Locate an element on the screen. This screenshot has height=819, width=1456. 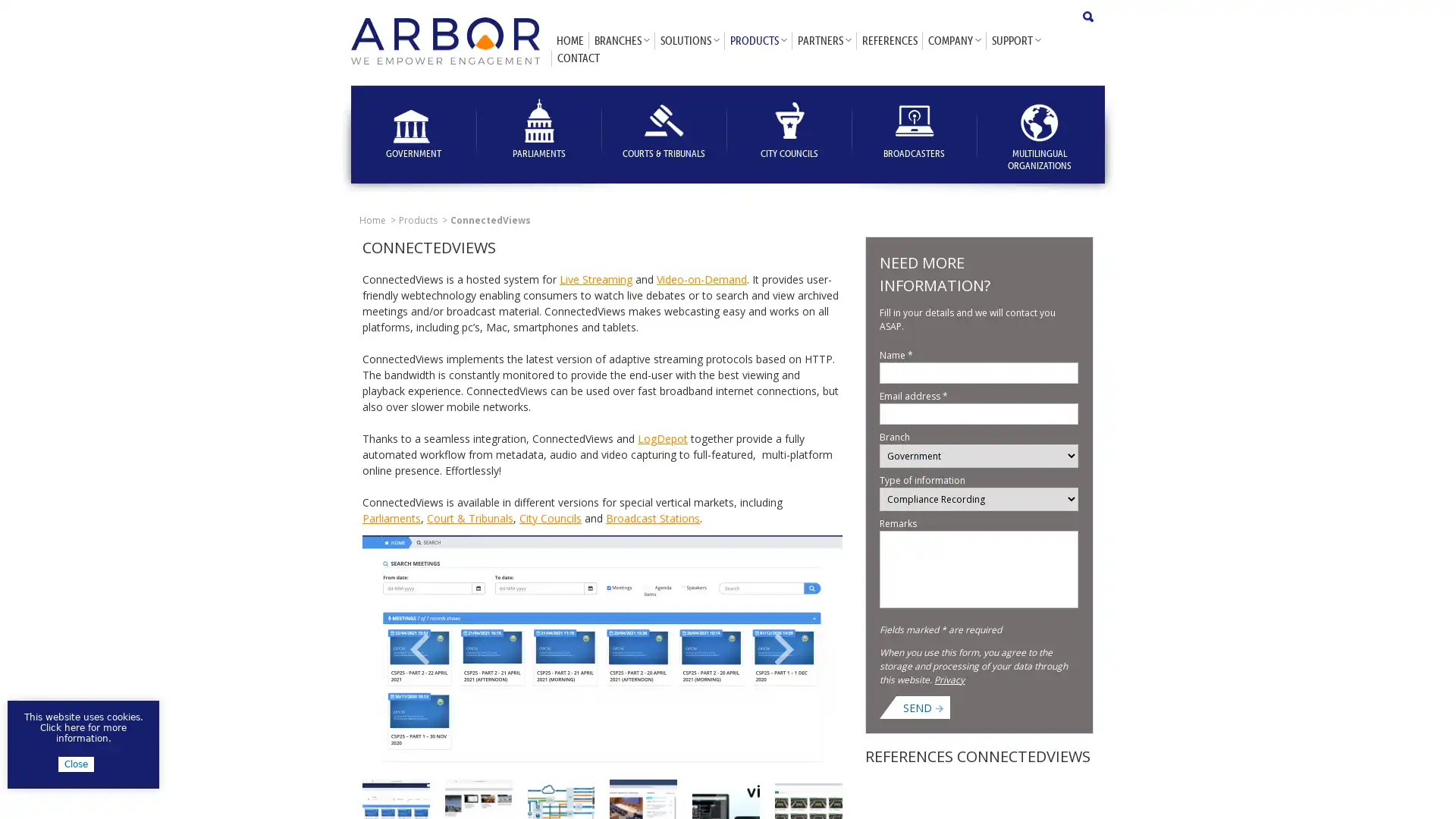
SEND is located at coordinates (922, 707).